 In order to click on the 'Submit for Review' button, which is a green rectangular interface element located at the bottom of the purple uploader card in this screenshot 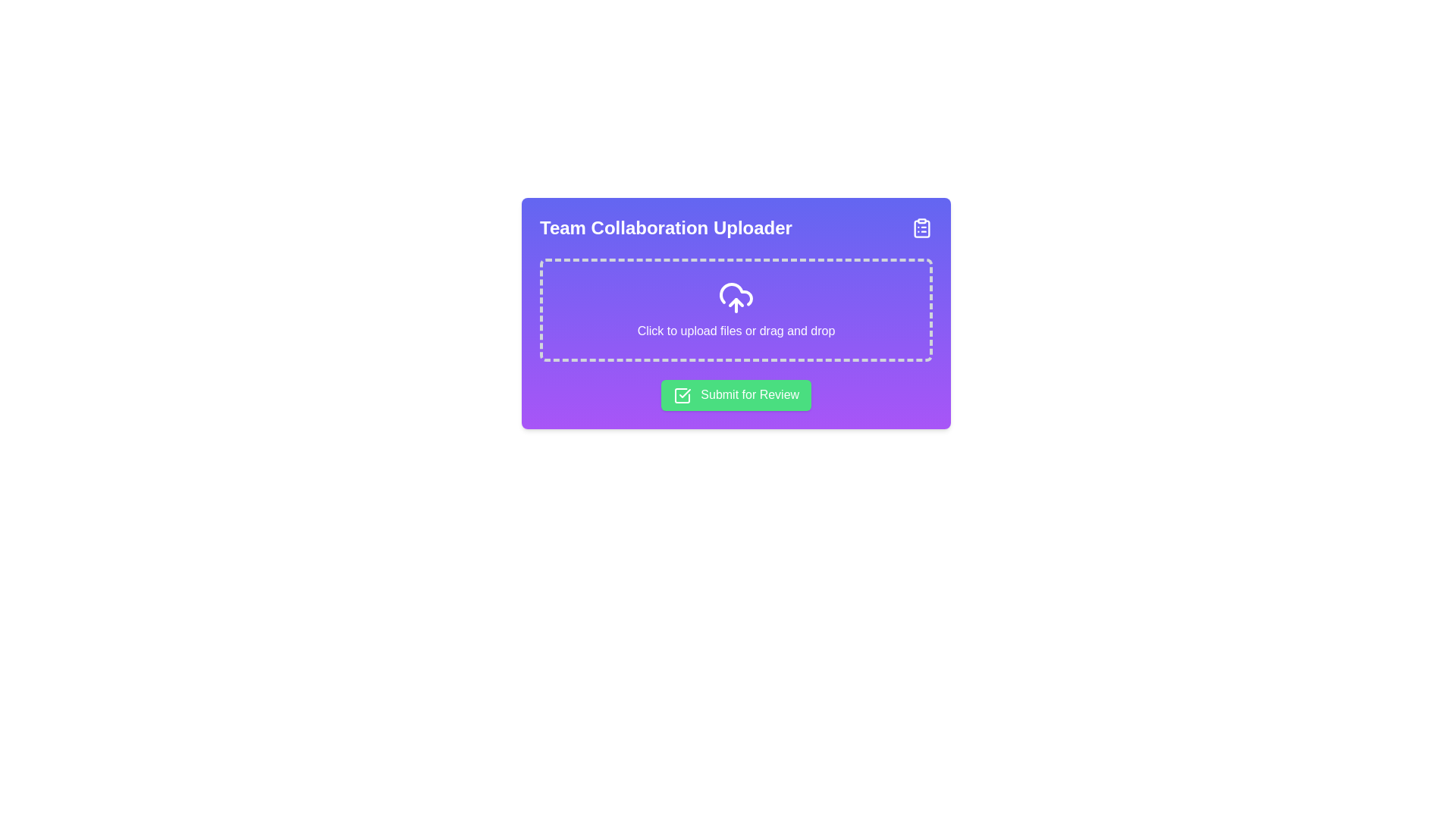, I will do `click(681, 394)`.